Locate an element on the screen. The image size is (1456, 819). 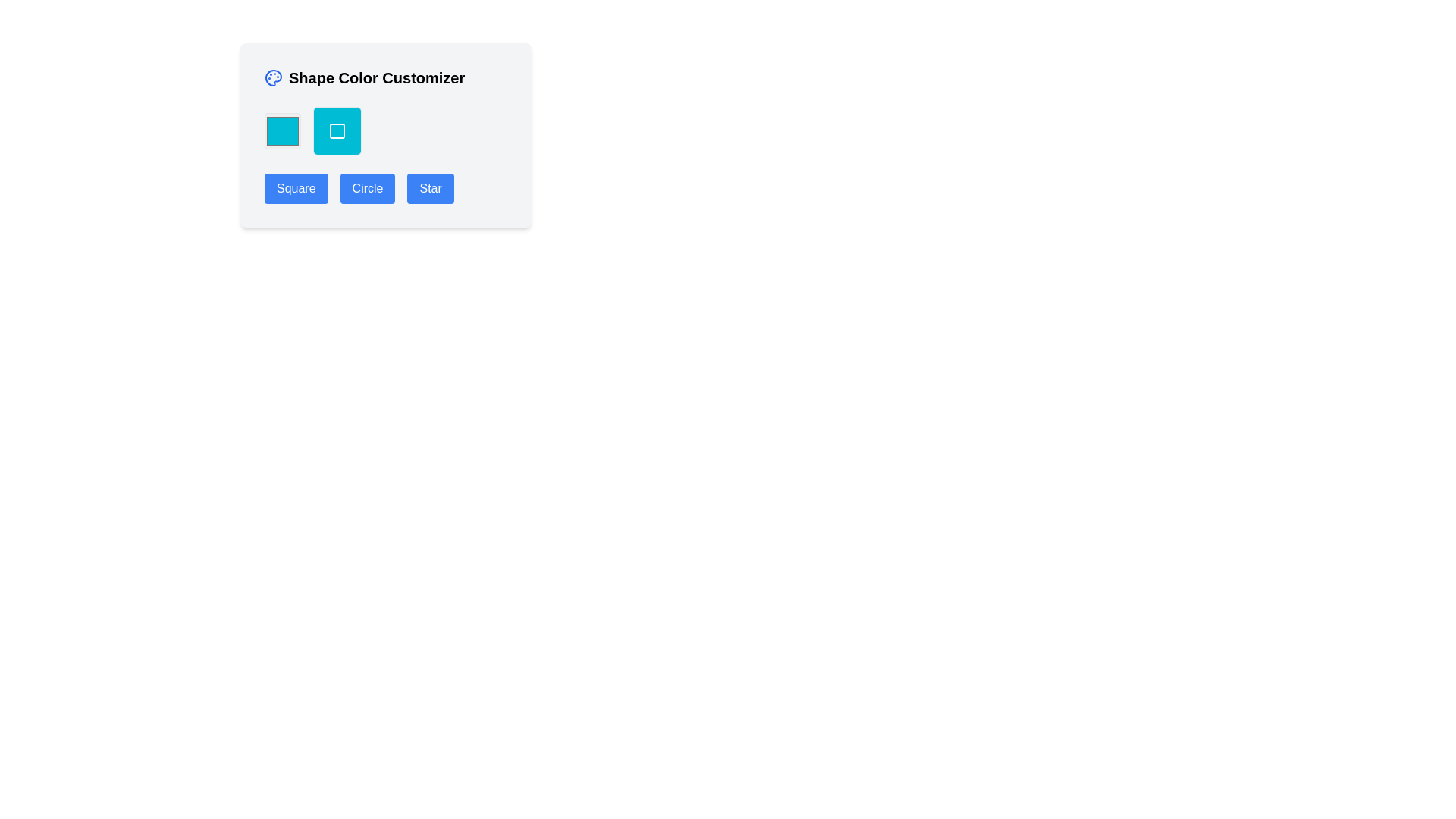
the SVG graphic element that serves as a selectable option within the shape or color customization tool, located centrally in its layout group and positioned to the right of a similar standalone square is located at coordinates (337, 130).